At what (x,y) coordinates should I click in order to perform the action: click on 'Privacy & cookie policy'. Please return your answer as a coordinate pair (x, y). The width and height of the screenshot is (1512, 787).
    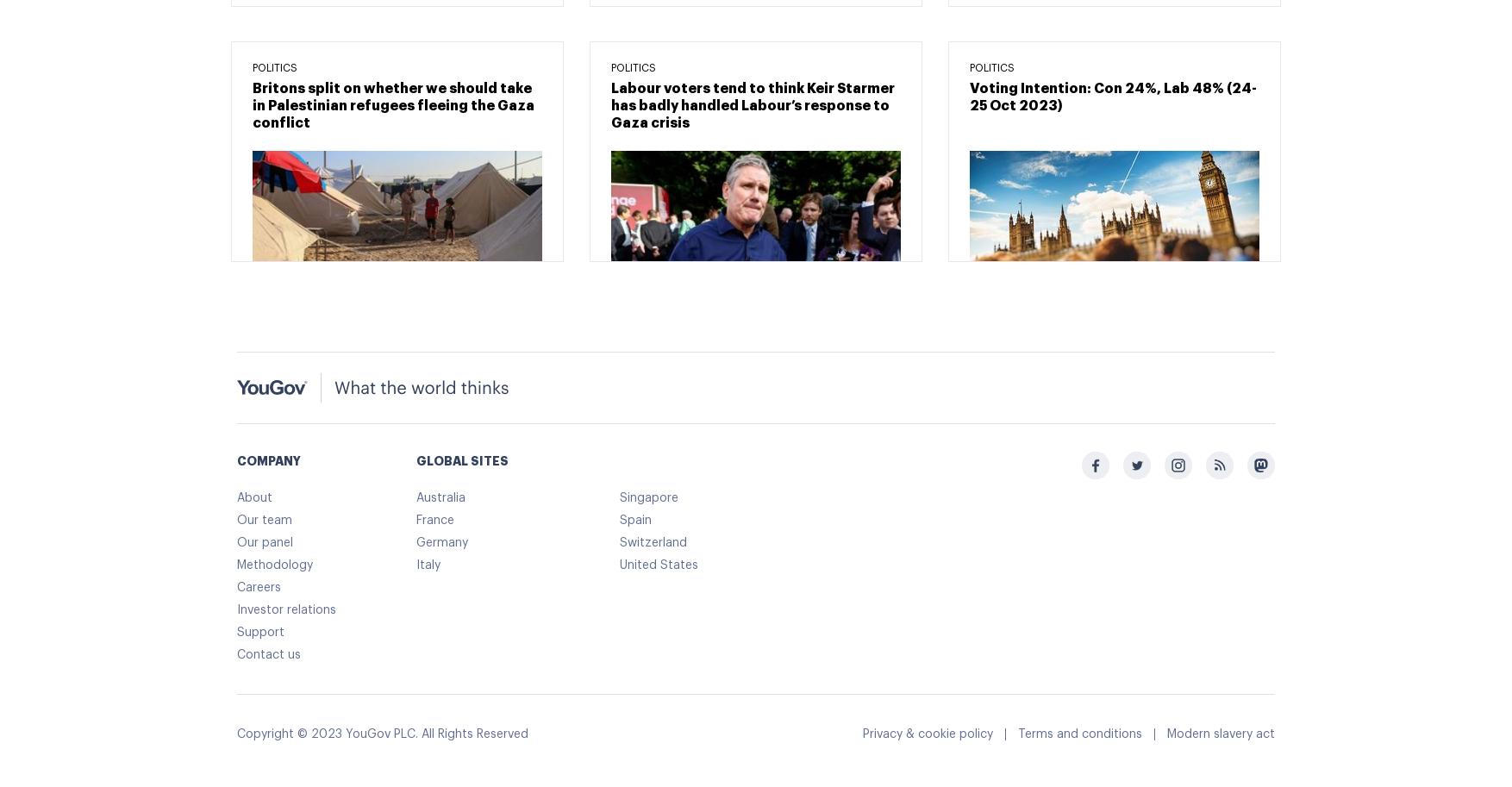
    Looking at the image, I should click on (862, 734).